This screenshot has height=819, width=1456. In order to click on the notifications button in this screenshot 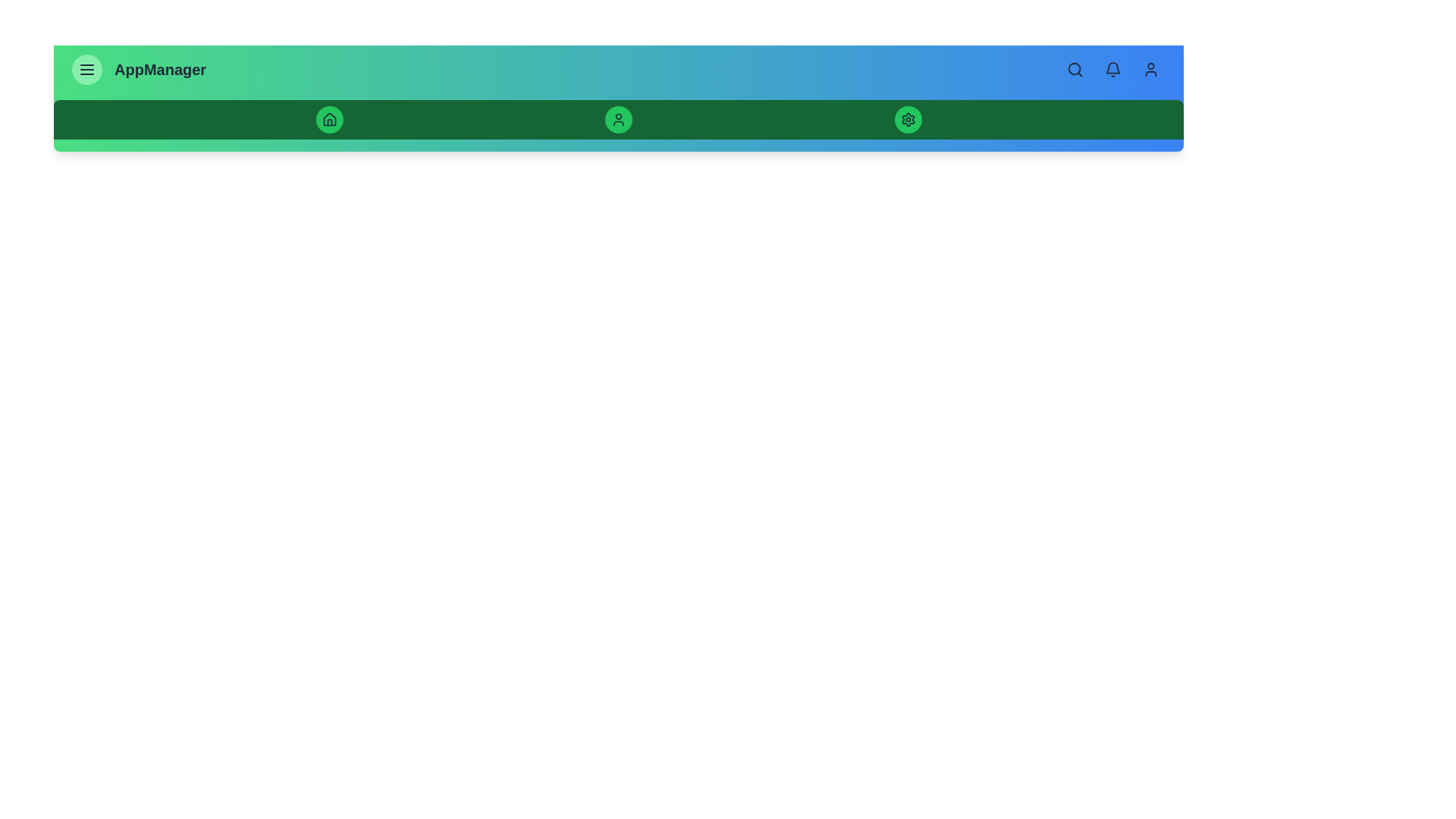, I will do `click(1113, 70)`.